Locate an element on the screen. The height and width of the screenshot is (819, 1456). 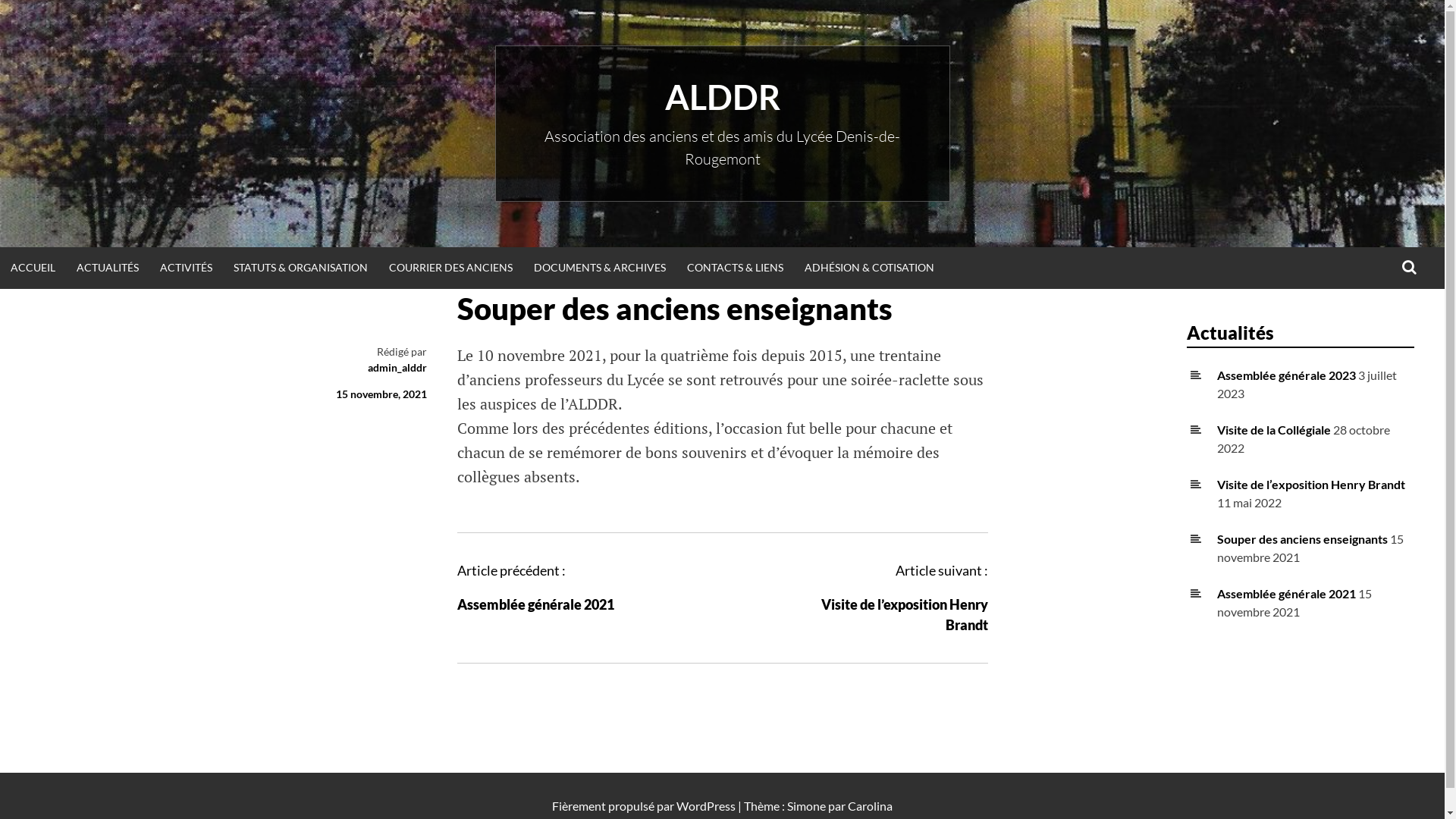
'ALDDR' is located at coordinates (720, 96).